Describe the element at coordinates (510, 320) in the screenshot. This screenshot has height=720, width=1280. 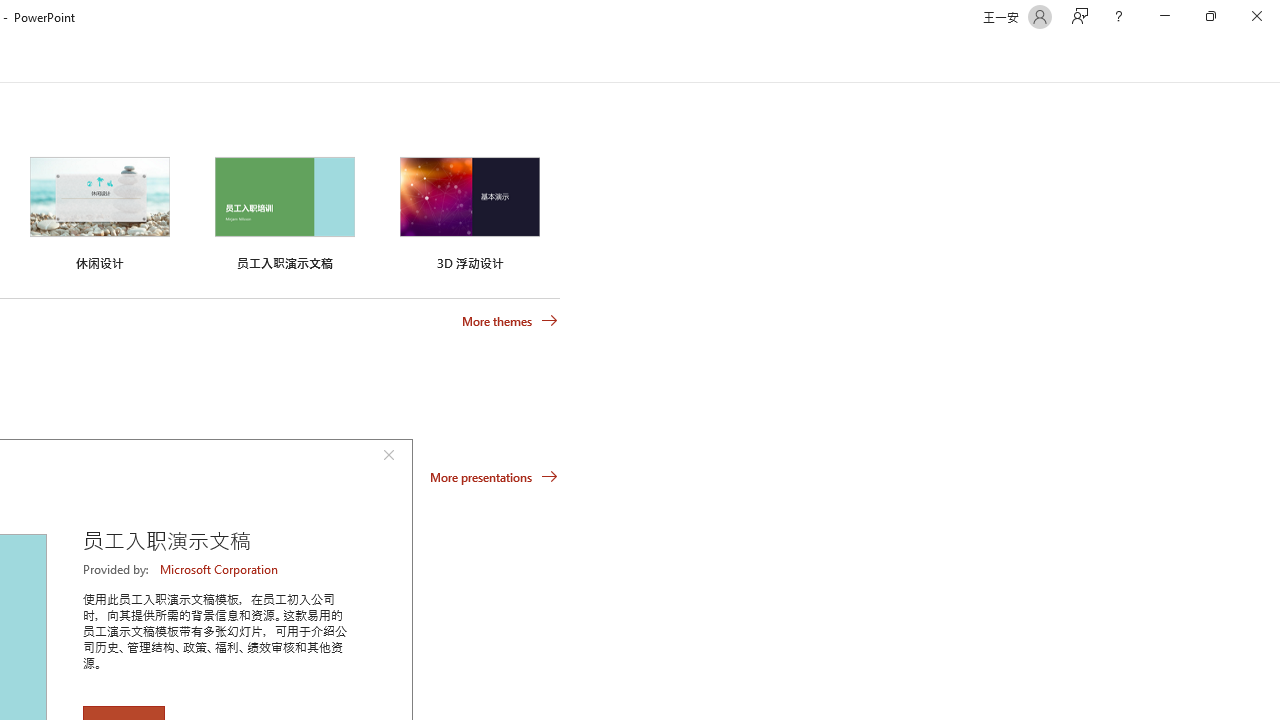
I see `'More themes'` at that location.